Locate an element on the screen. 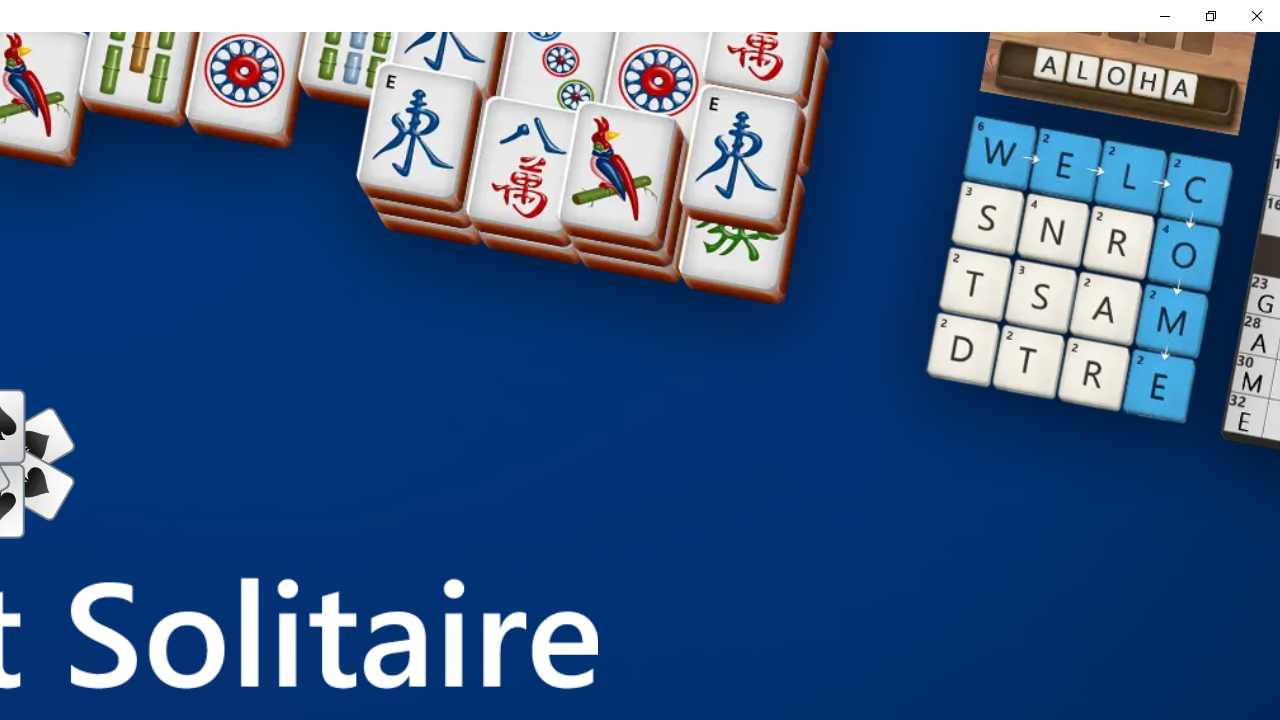 The height and width of the screenshot is (720, 1280). 'Restore Solitaire & Casual Games' is located at coordinates (1209, 15).